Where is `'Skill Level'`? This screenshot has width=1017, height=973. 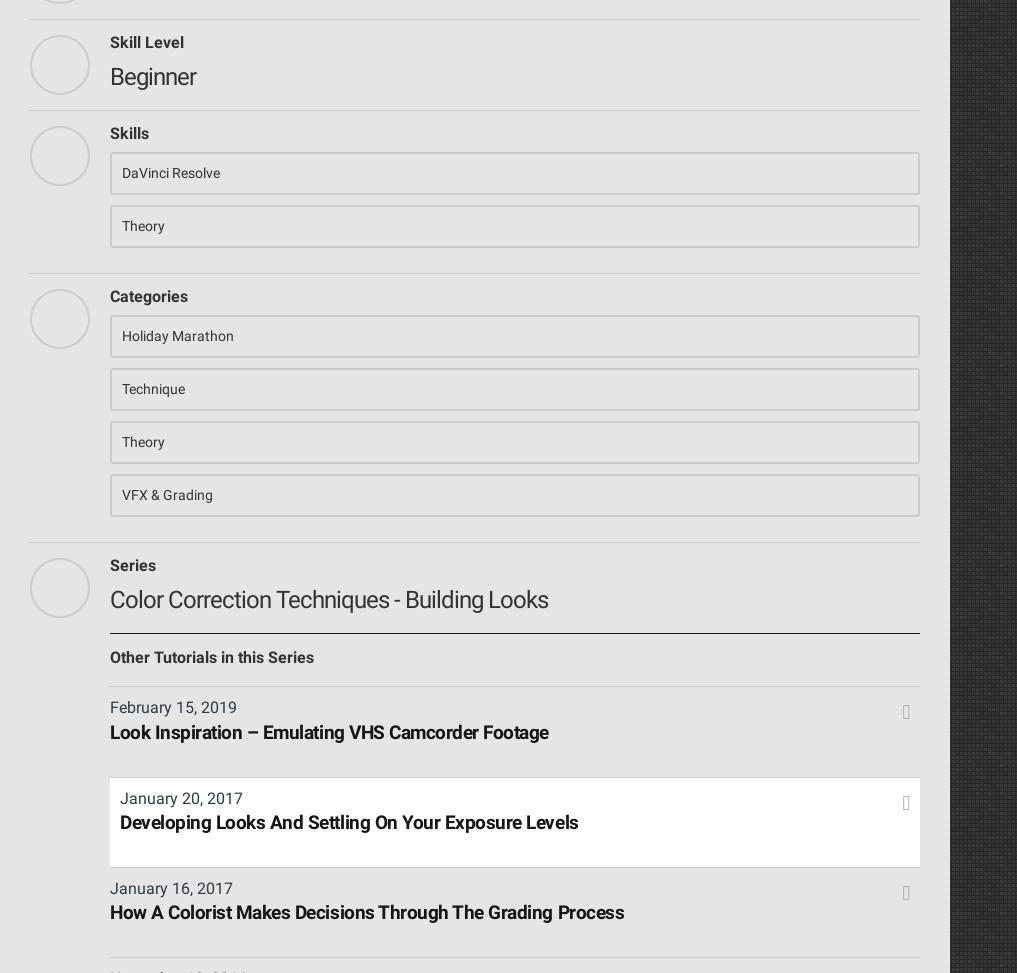 'Skill Level' is located at coordinates (145, 41).